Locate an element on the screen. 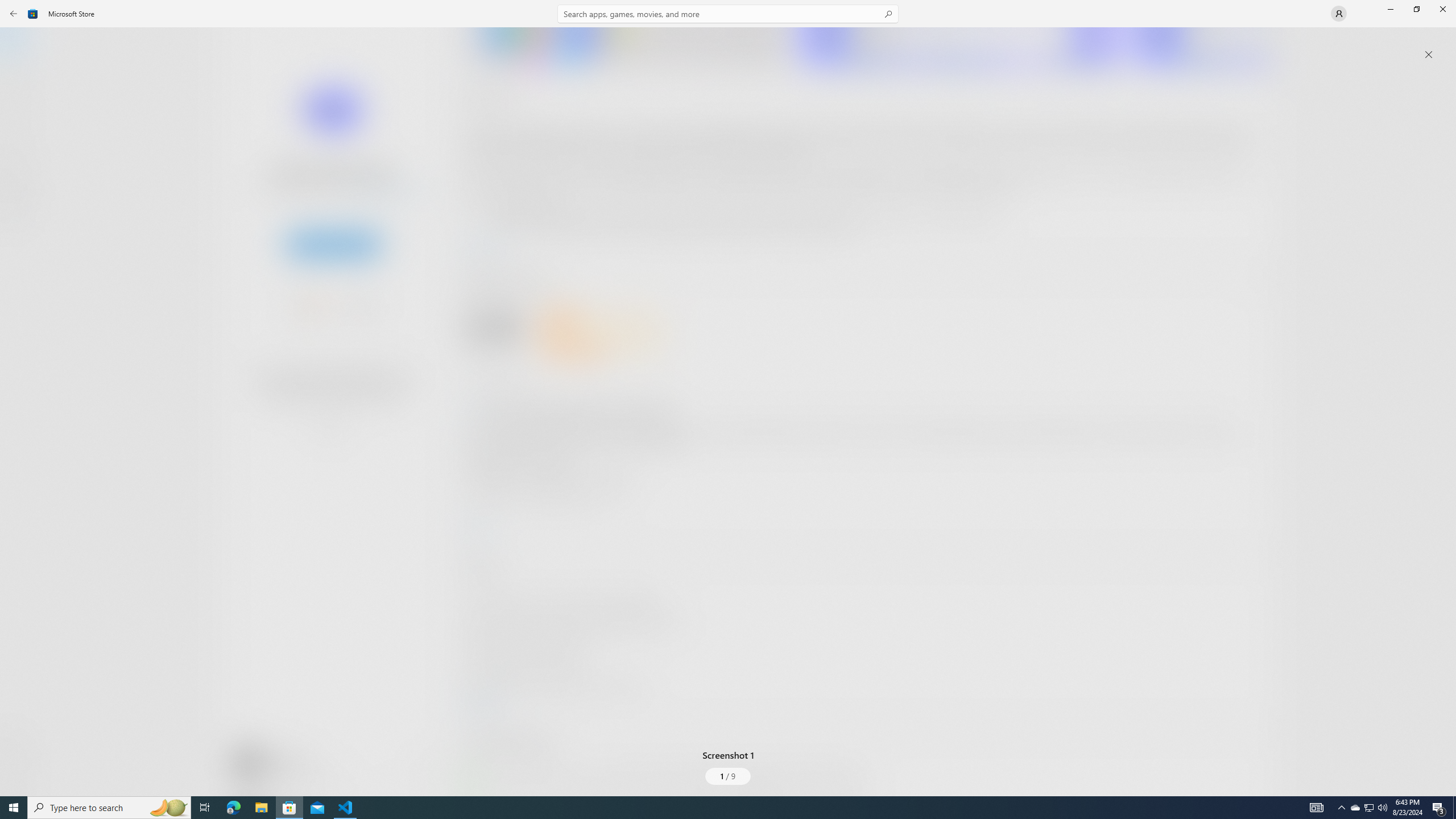 This screenshot has height=819, width=1456. 'Minimize Microsoft Store' is located at coordinates (1389, 9).